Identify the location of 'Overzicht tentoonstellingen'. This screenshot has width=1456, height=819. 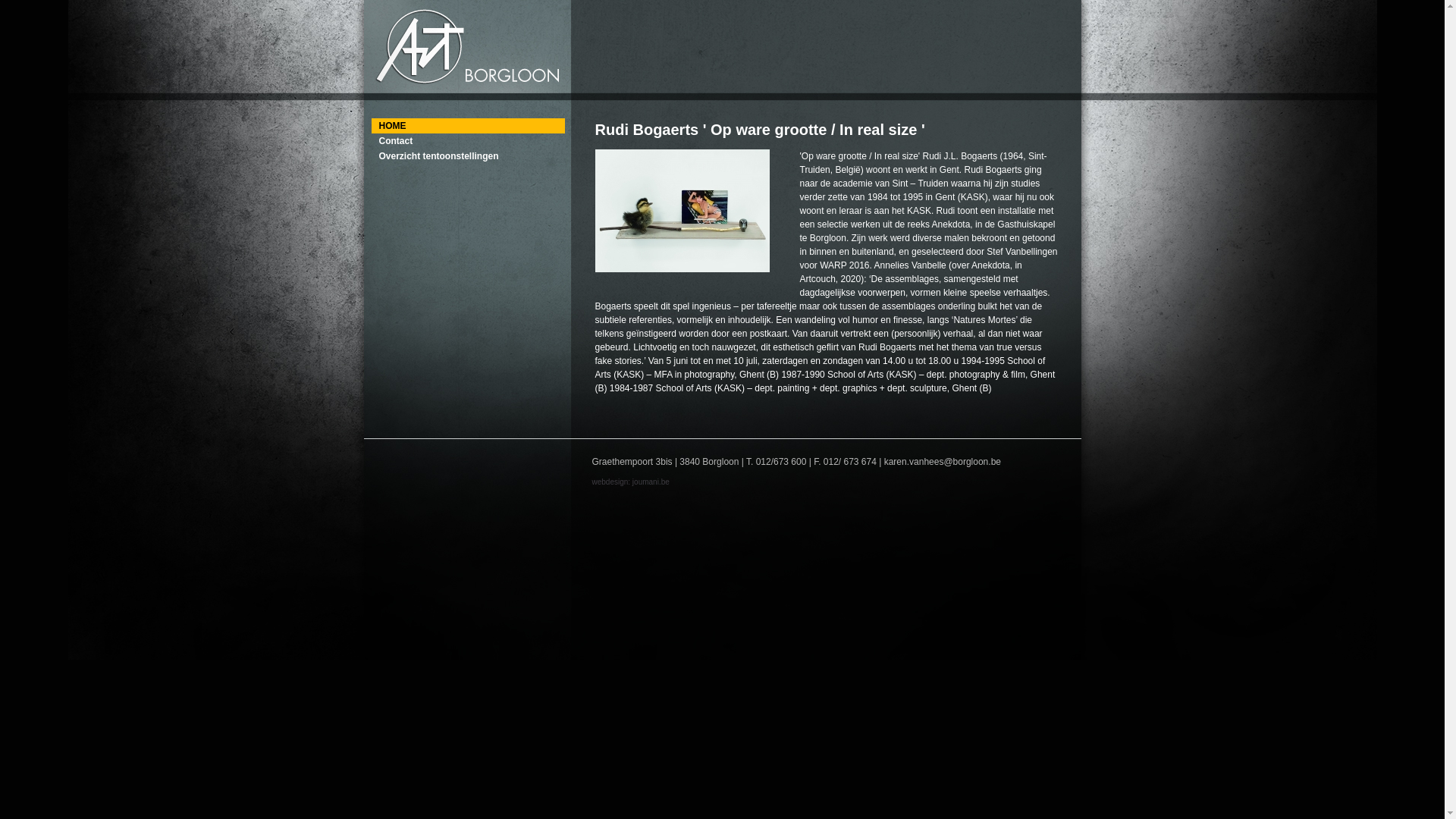
(467, 155).